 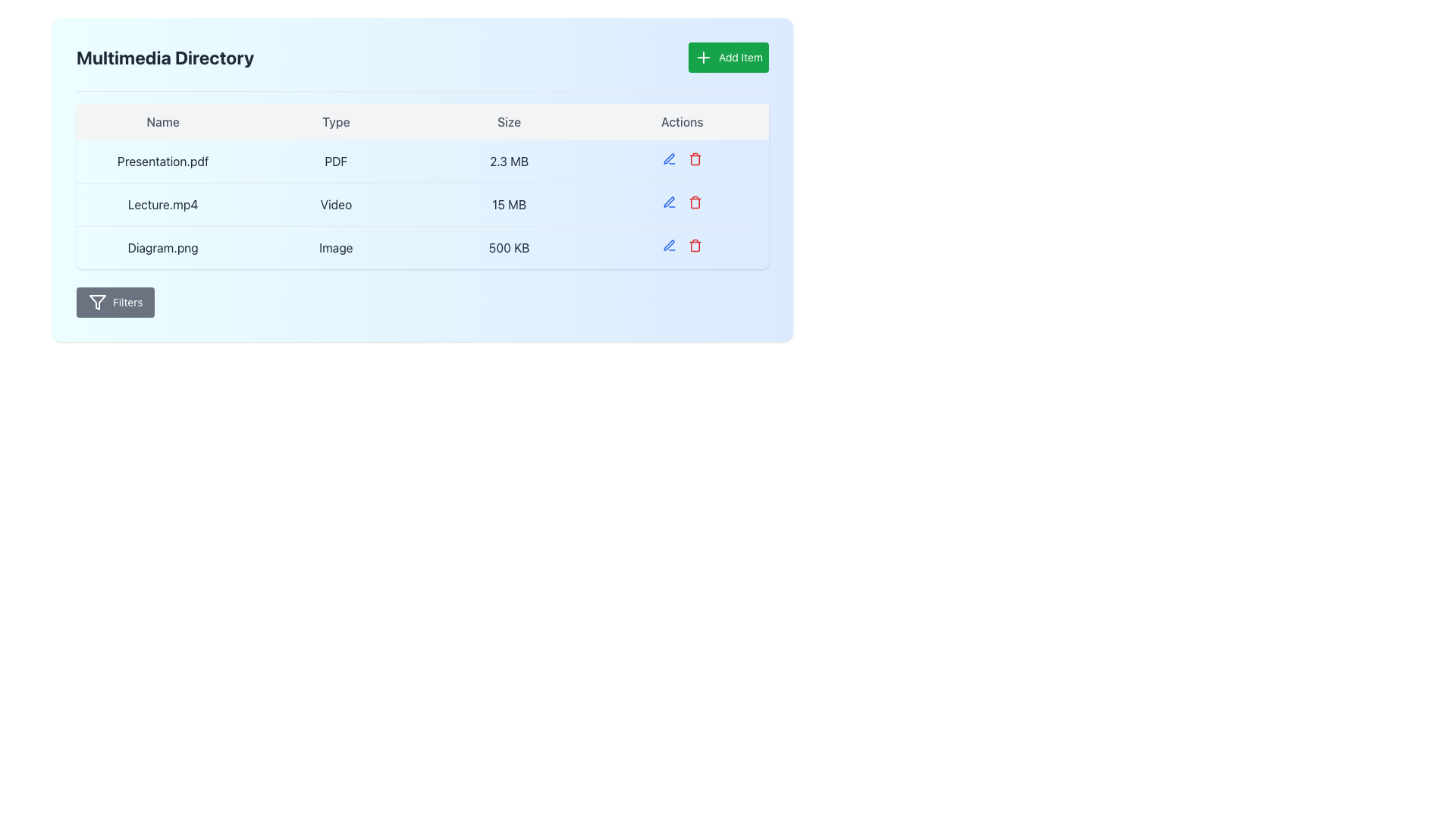 What do you see at coordinates (729, 57) in the screenshot?
I see `the 'Add New Multimedia Item' button located at the top right corner of the 'Multimedia Directory' section` at bounding box center [729, 57].